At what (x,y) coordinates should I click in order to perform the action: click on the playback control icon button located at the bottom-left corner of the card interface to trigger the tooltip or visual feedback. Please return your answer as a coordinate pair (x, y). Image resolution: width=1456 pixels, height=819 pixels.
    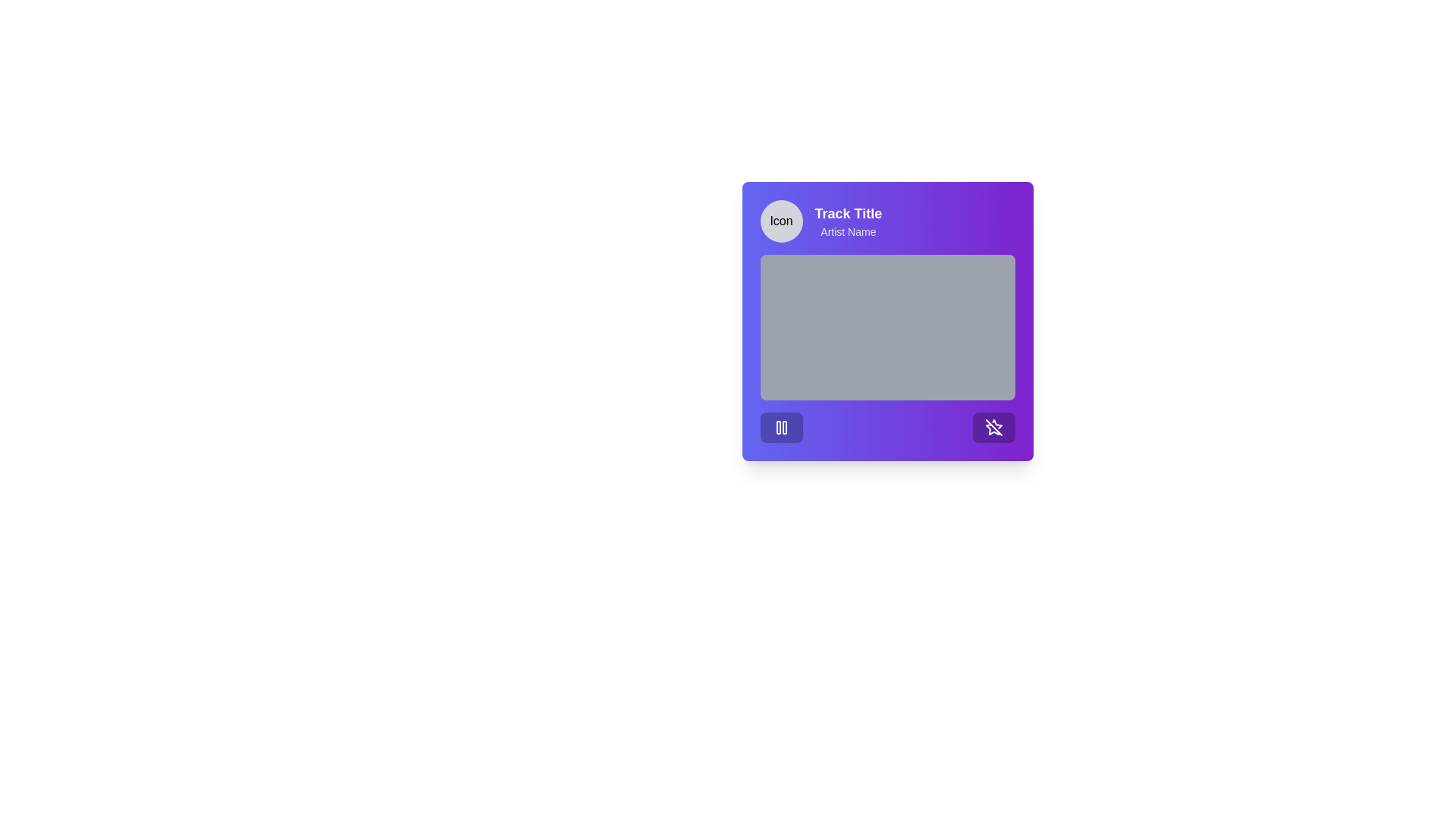
    Looking at the image, I should click on (781, 427).